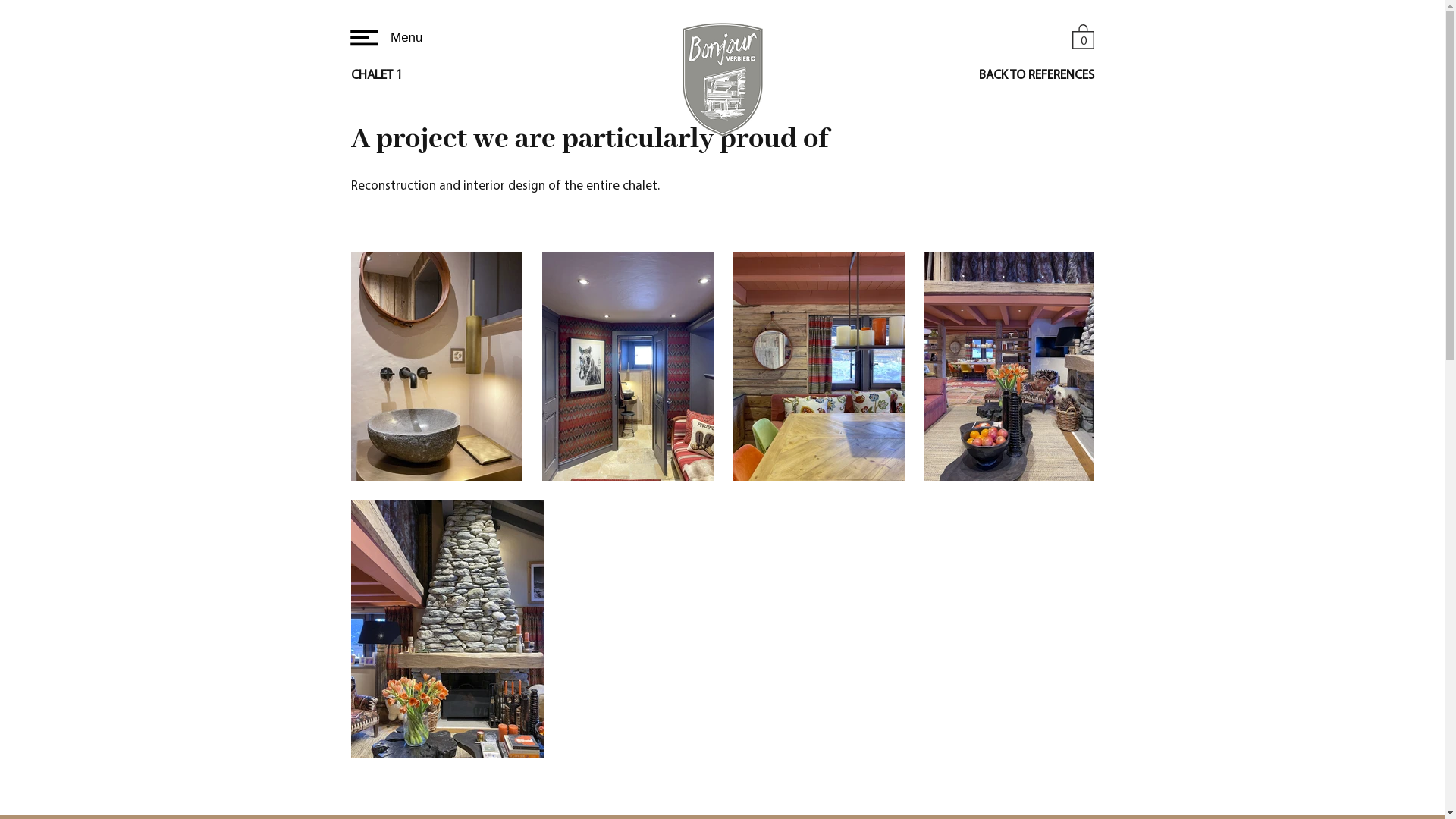  I want to click on 'Menu', so click(384, 37).